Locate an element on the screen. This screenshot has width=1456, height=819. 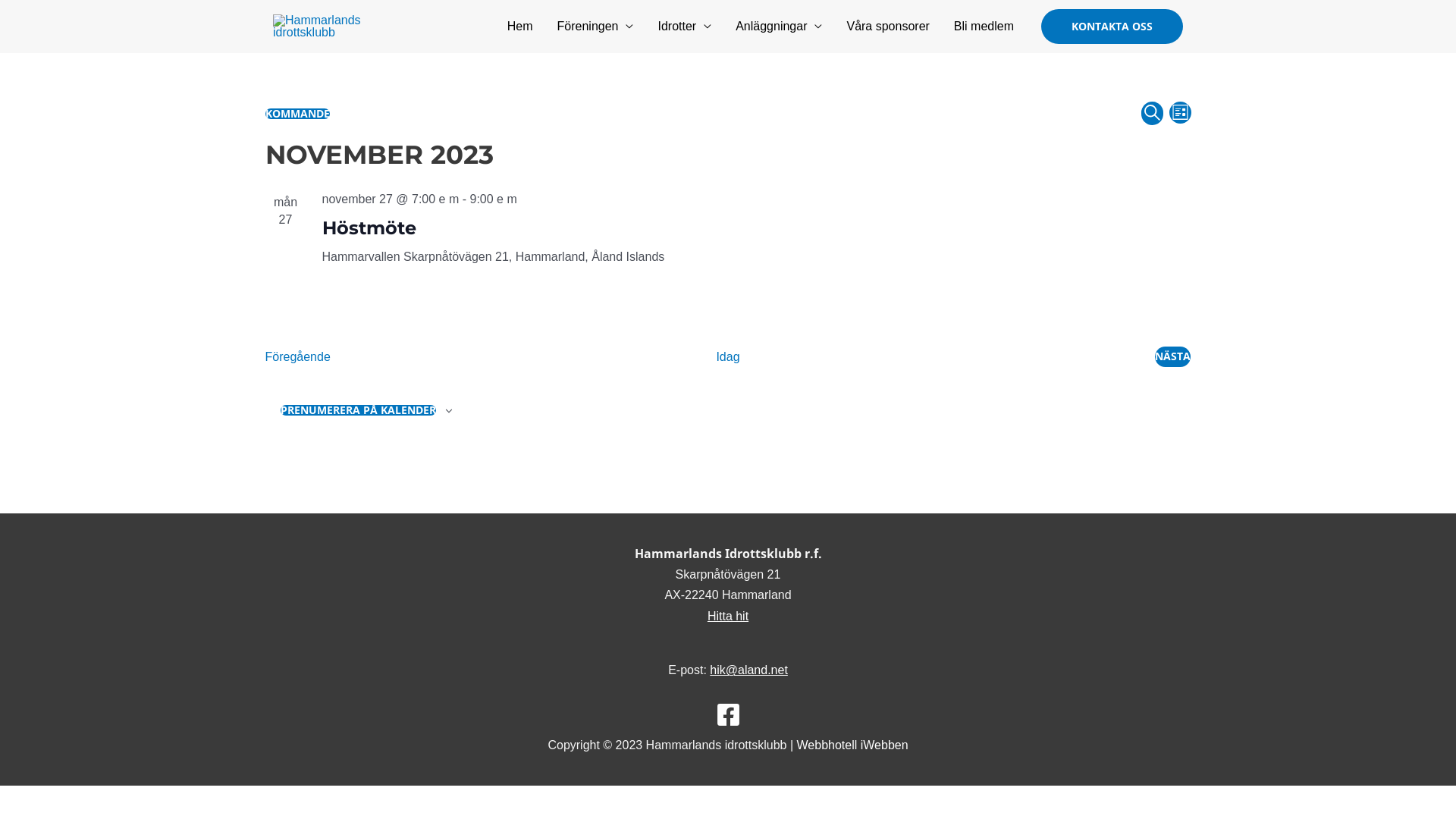
'Idrotter' is located at coordinates (683, 26).